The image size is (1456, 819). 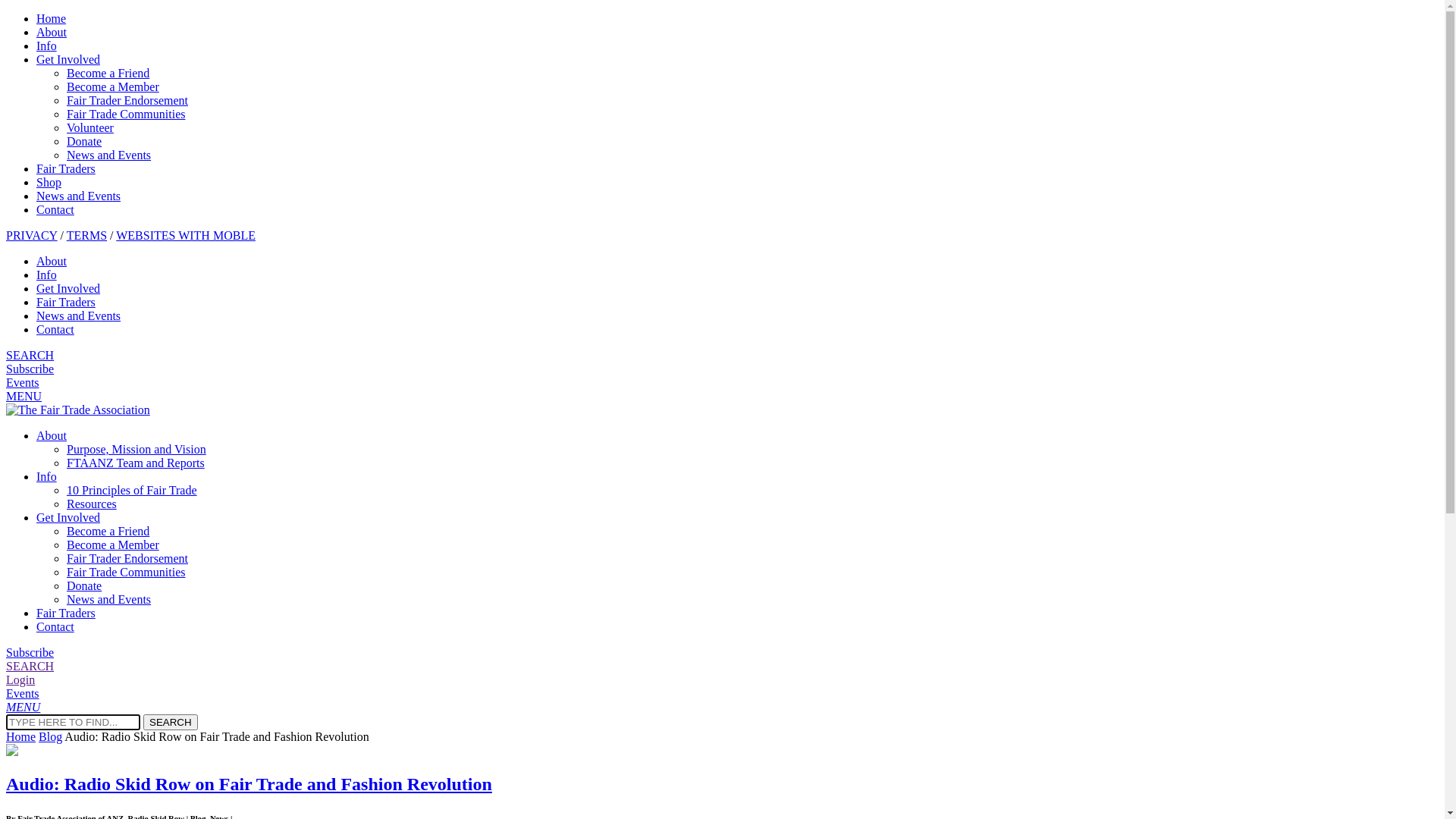 I want to click on 'Become a Member', so click(x=111, y=544).